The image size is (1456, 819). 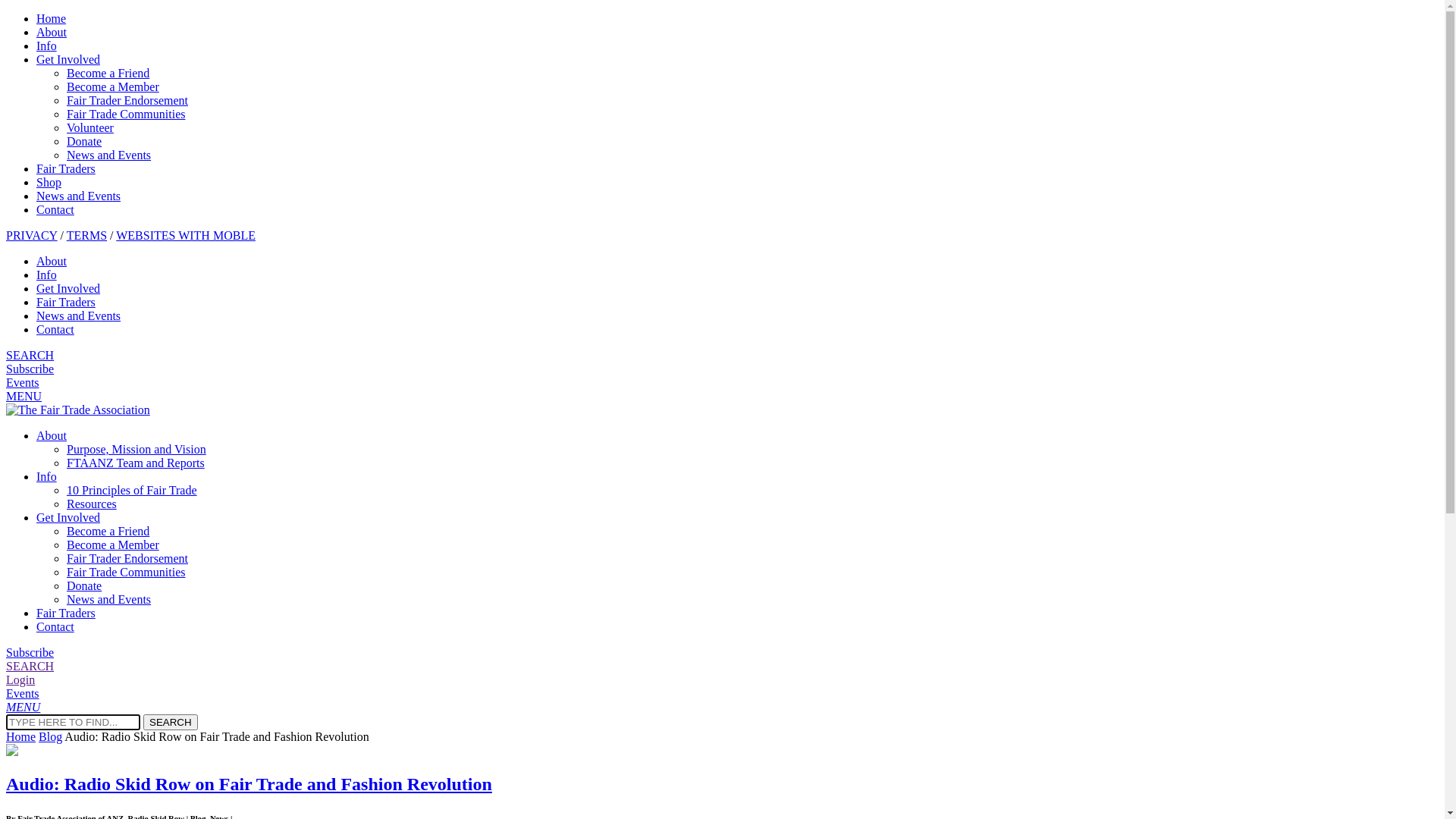 I want to click on 'Become a Member', so click(x=111, y=544).